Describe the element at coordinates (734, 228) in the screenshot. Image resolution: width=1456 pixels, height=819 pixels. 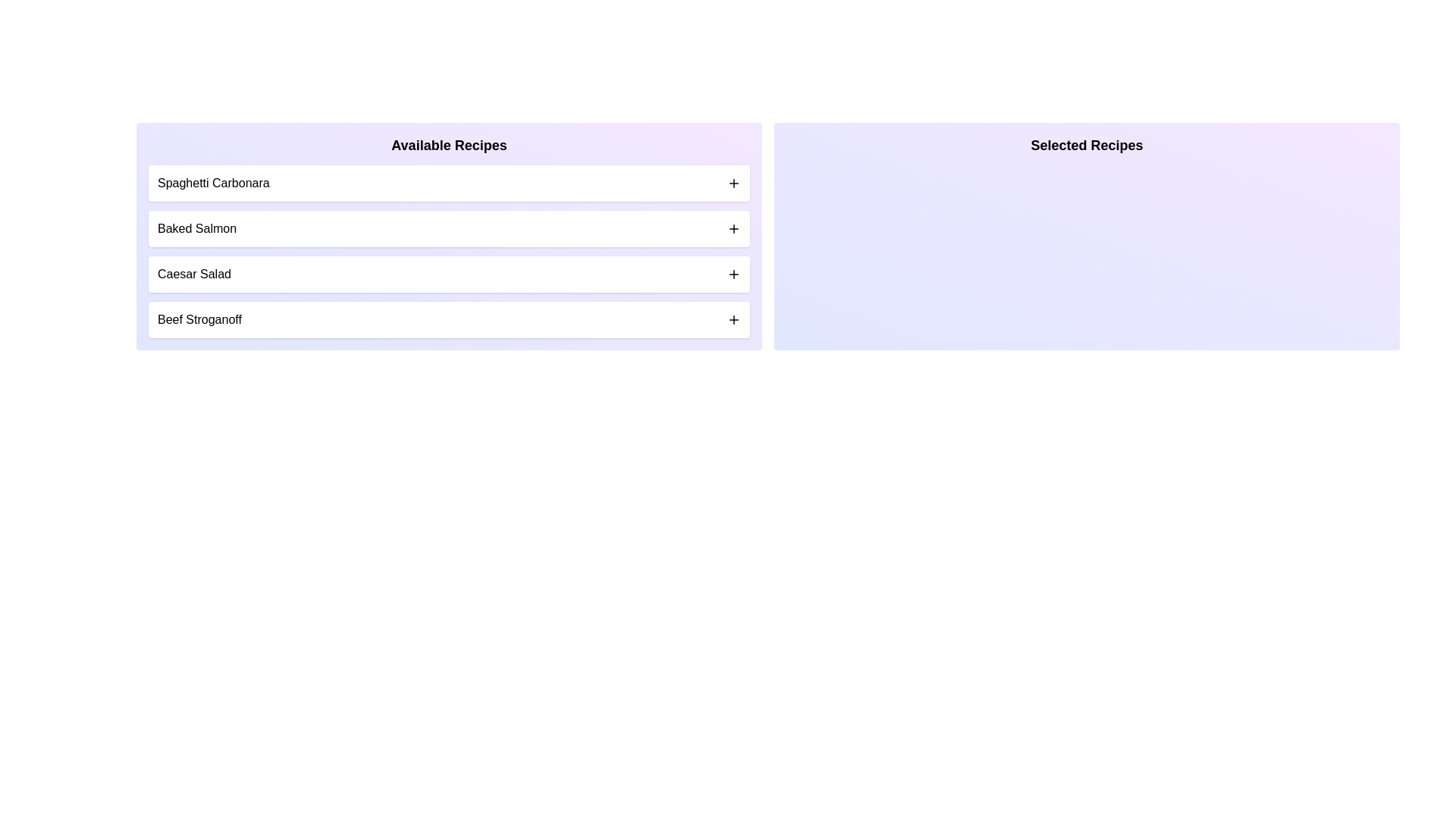
I see `'+' button next to Baked Salmon to add it to the selected list` at that location.